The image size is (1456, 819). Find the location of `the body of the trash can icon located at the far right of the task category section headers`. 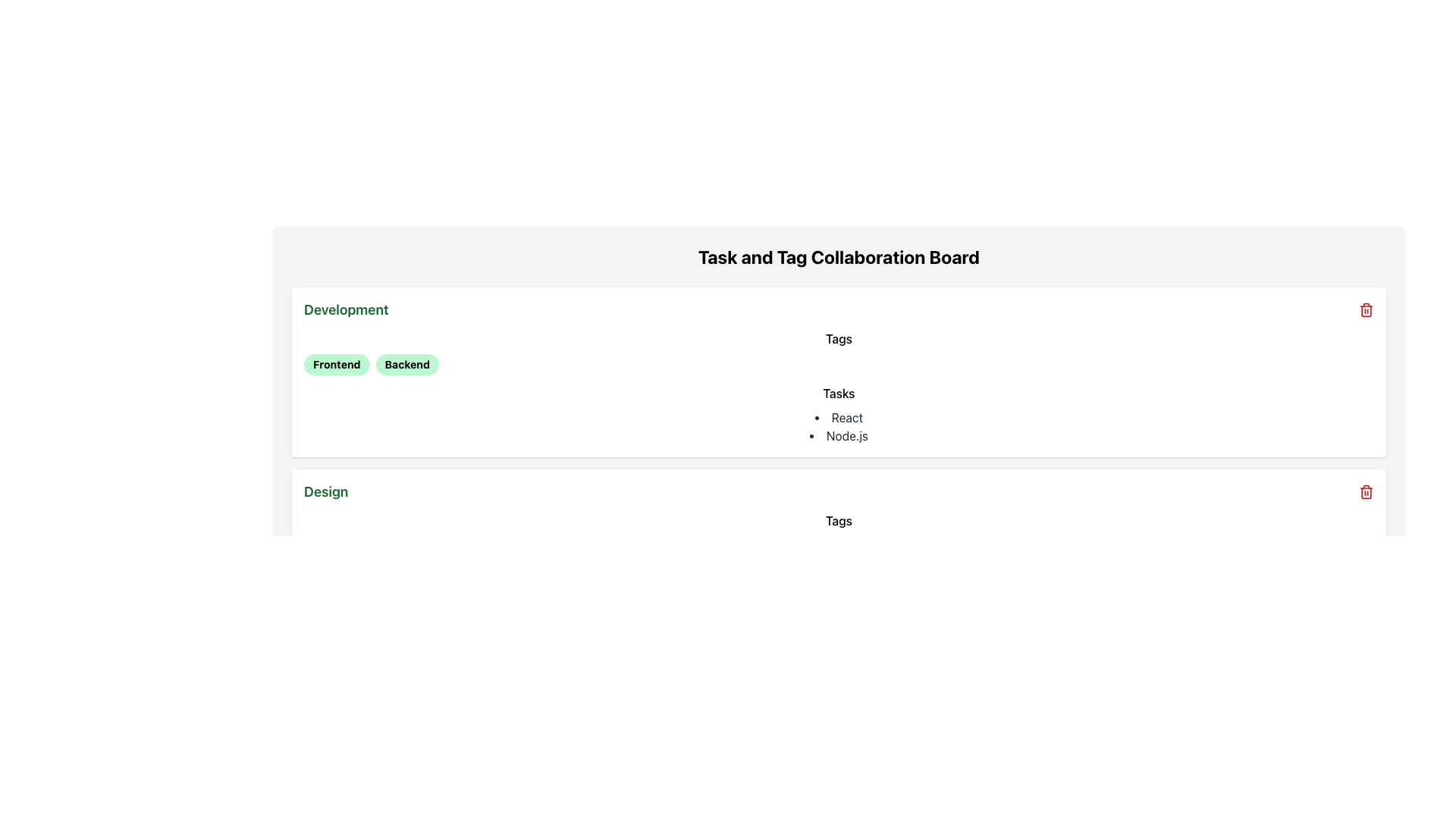

the body of the trash can icon located at the far right of the task category section headers is located at coordinates (1366, 309).